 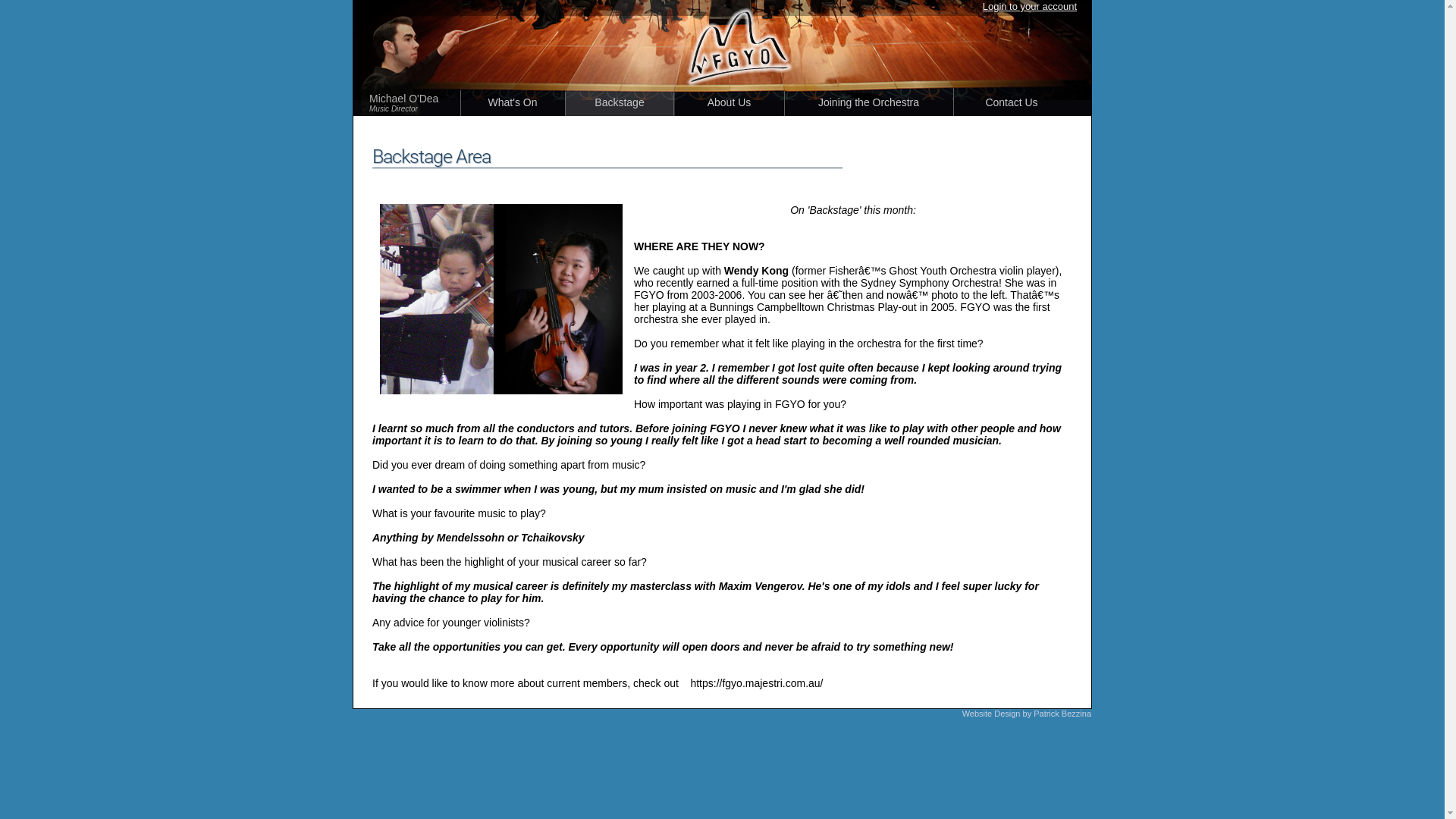 What do you see at coordinates (415, 102) in the screenshot?
I see `'Michael O'Dea` at bounding box center [415, 102].